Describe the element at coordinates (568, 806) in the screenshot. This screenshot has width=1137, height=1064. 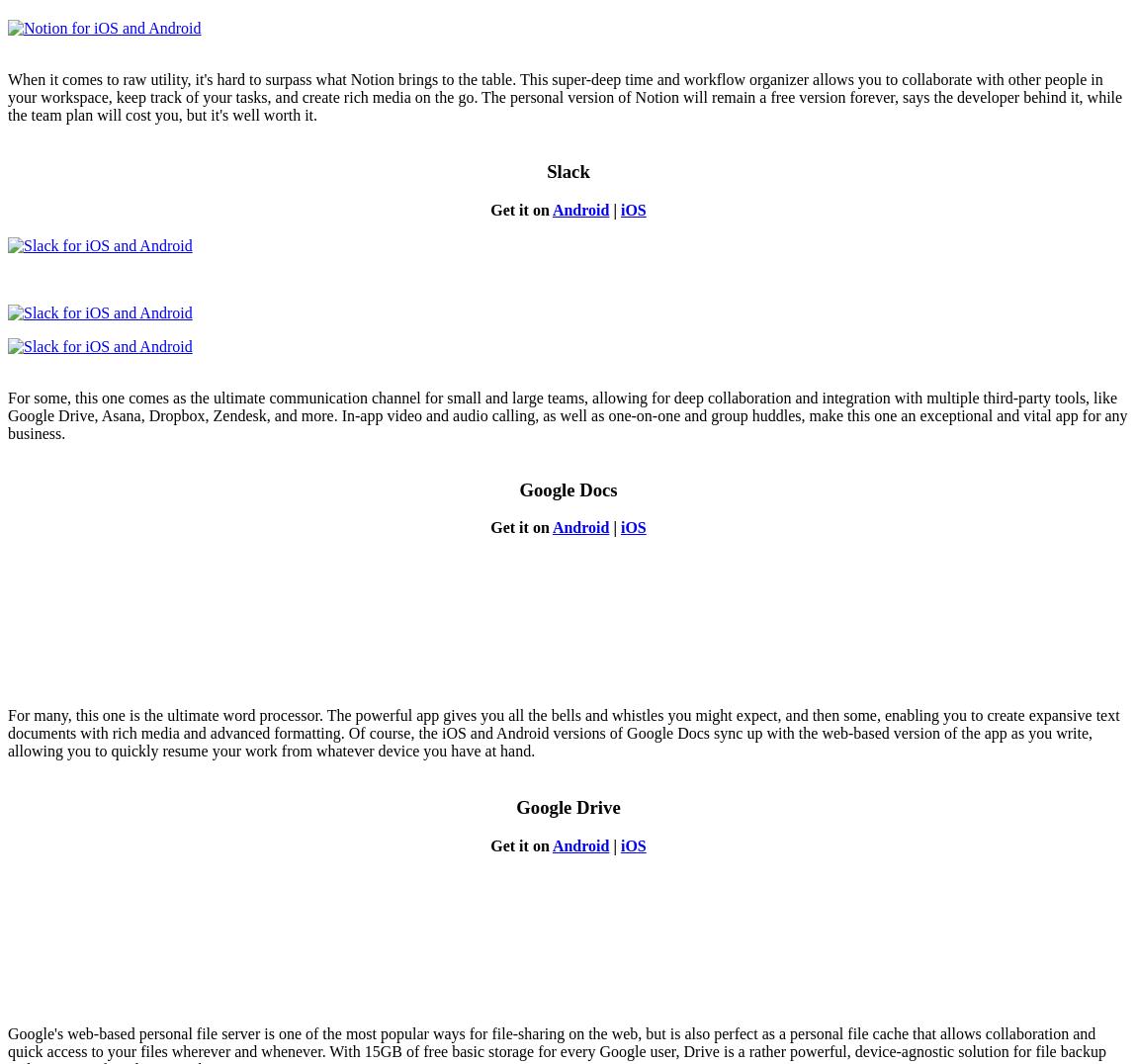
I see `'Google Drive'` at that location.